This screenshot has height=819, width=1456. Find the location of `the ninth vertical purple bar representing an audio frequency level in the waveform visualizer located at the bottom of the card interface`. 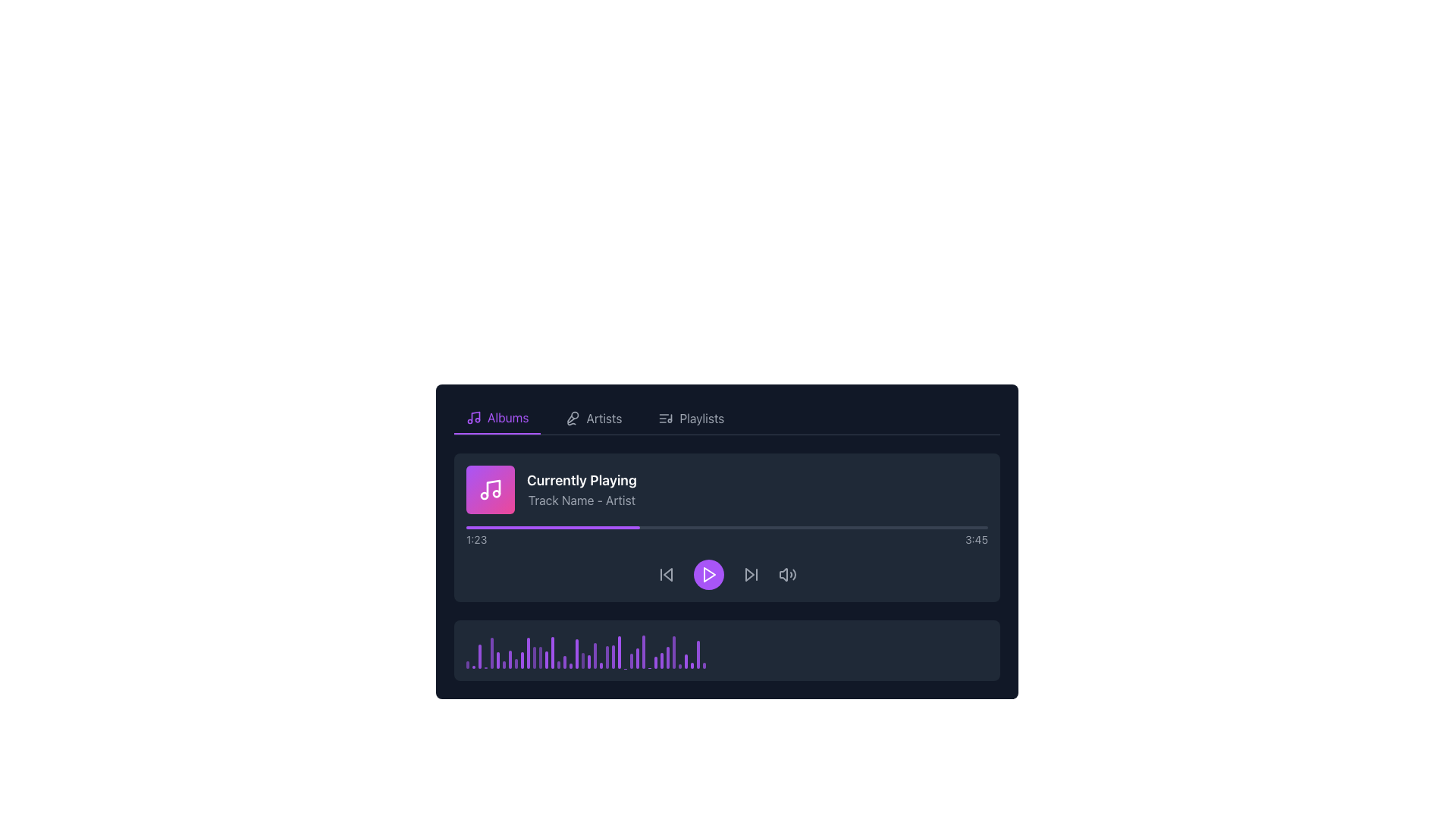

the ninth vertical purple bar representing an audio frequency level in the waveform visualizer located at the bottom of the card interface is located at coordinates (516, 663).